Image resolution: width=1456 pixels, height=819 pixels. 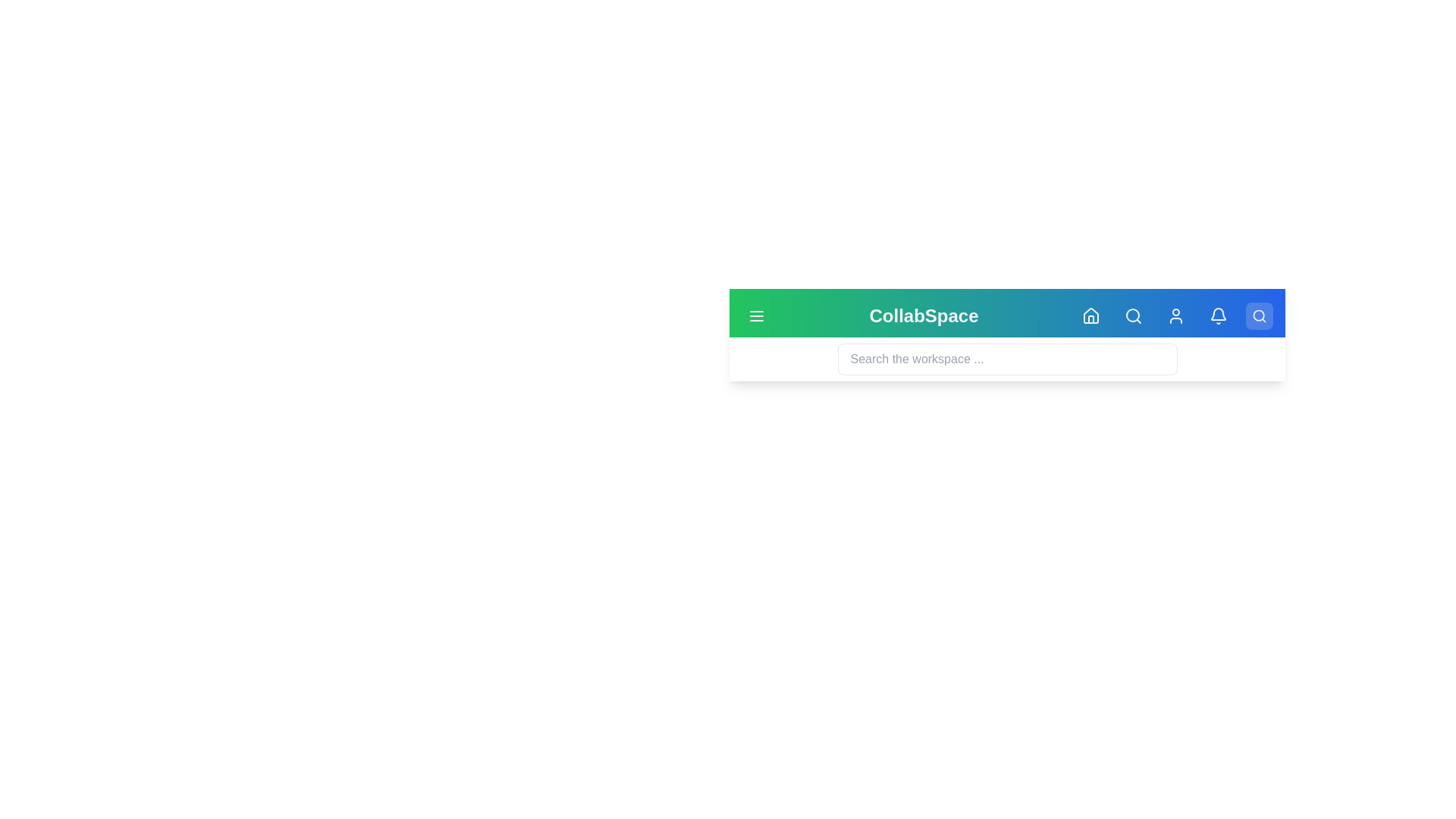 I want to click on the search input field to focus it, so click(x=1007, y=359).